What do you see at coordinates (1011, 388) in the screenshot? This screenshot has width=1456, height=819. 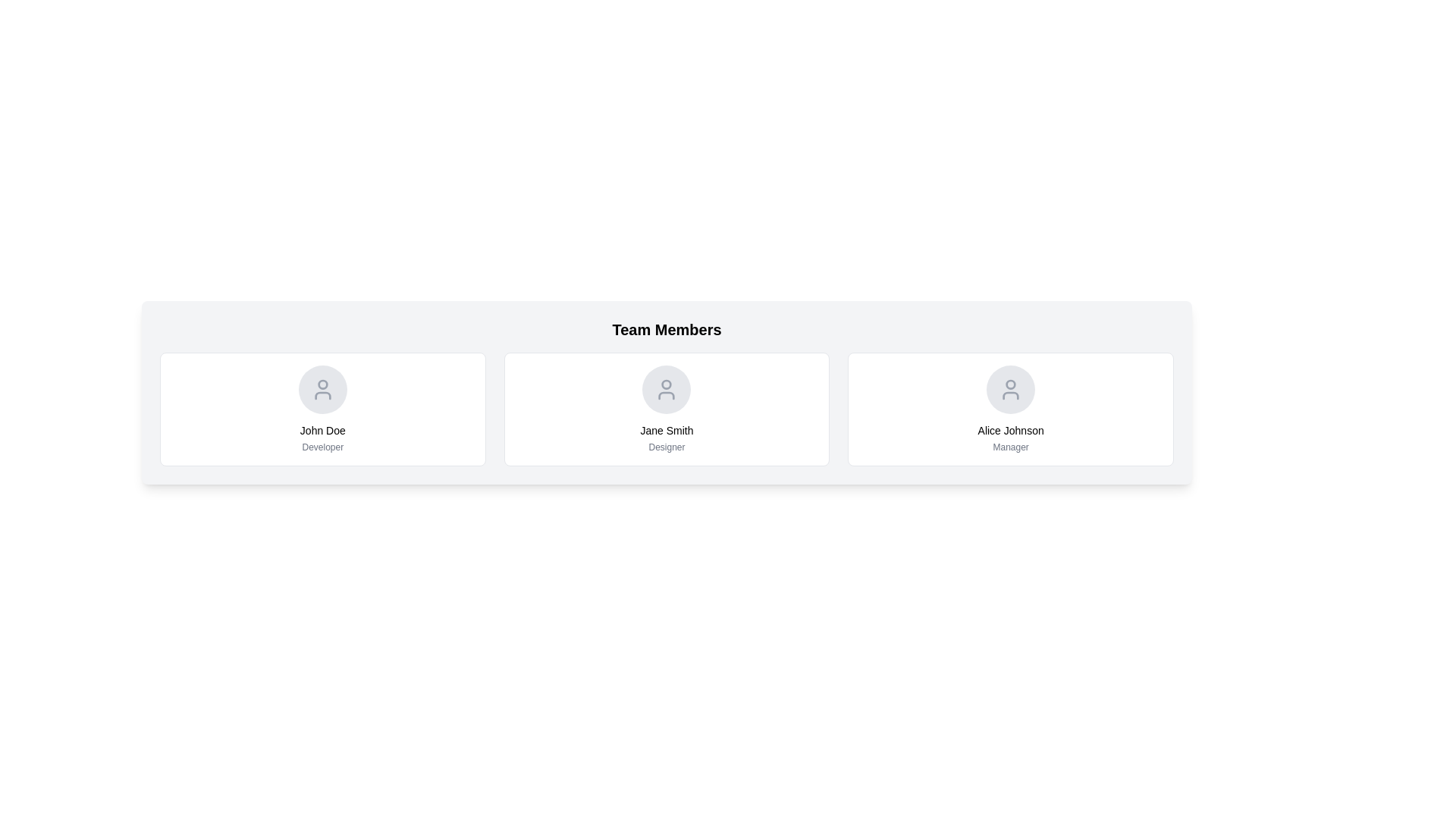 I see `the user profile picture placeholder for 'Alice Johnson', located at the top-center of the user profile card` at bounding box center [1011, 388].